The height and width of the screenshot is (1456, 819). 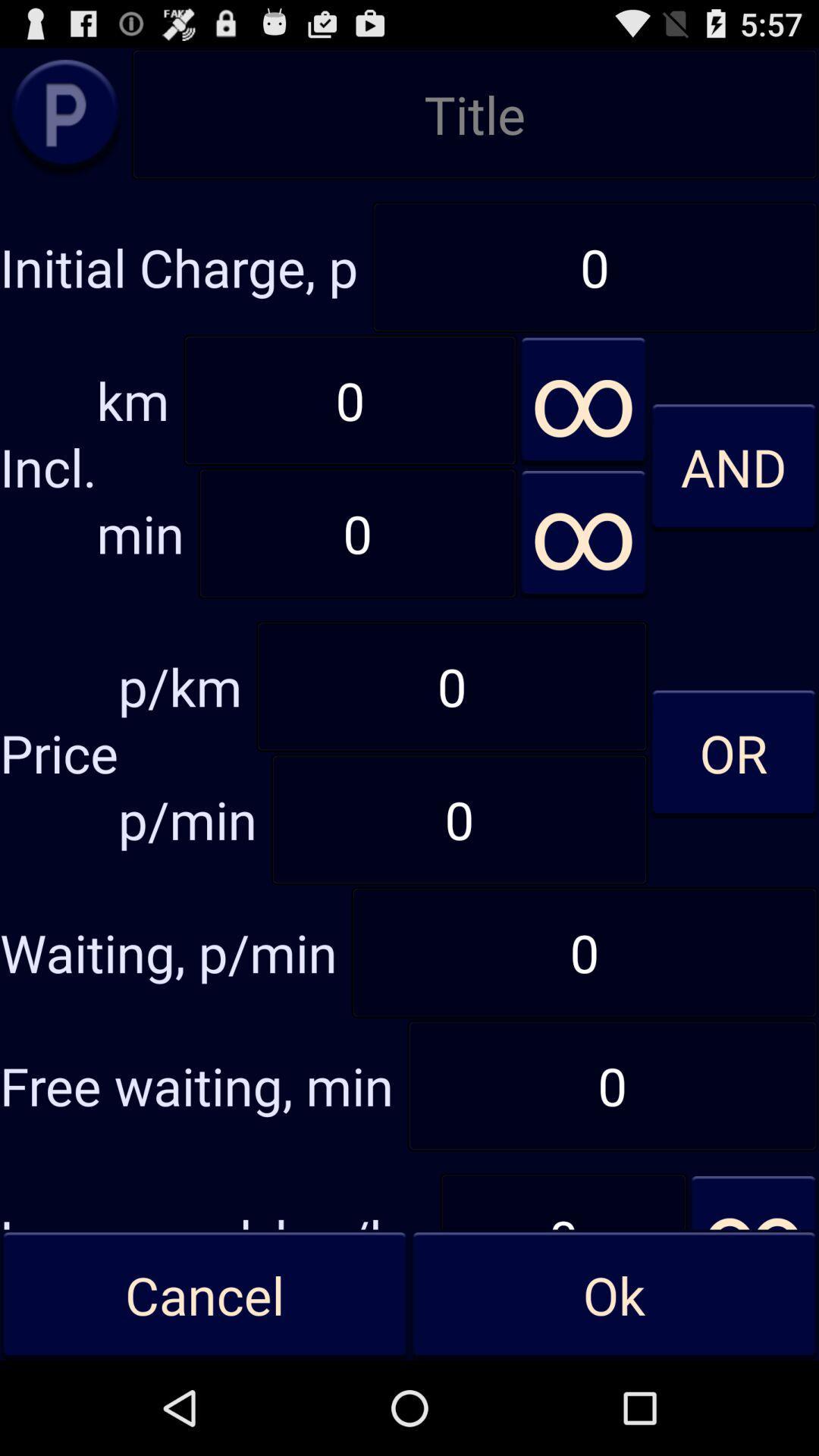 I want to click on 0 at price pkm, so click(x=451, y=686).